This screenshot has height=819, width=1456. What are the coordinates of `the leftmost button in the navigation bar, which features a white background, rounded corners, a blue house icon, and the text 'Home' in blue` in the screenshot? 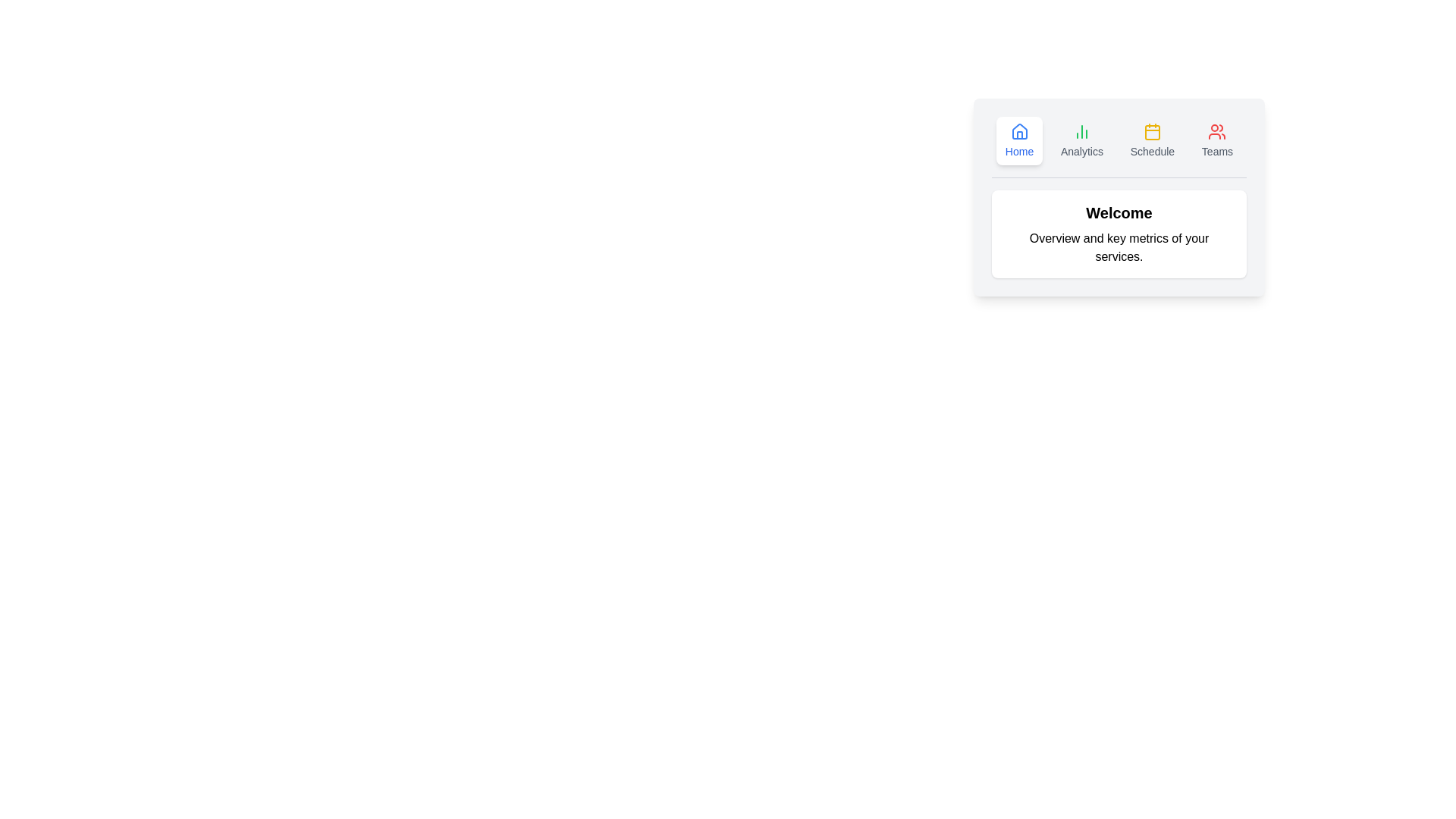 It's located at (1019, 140).